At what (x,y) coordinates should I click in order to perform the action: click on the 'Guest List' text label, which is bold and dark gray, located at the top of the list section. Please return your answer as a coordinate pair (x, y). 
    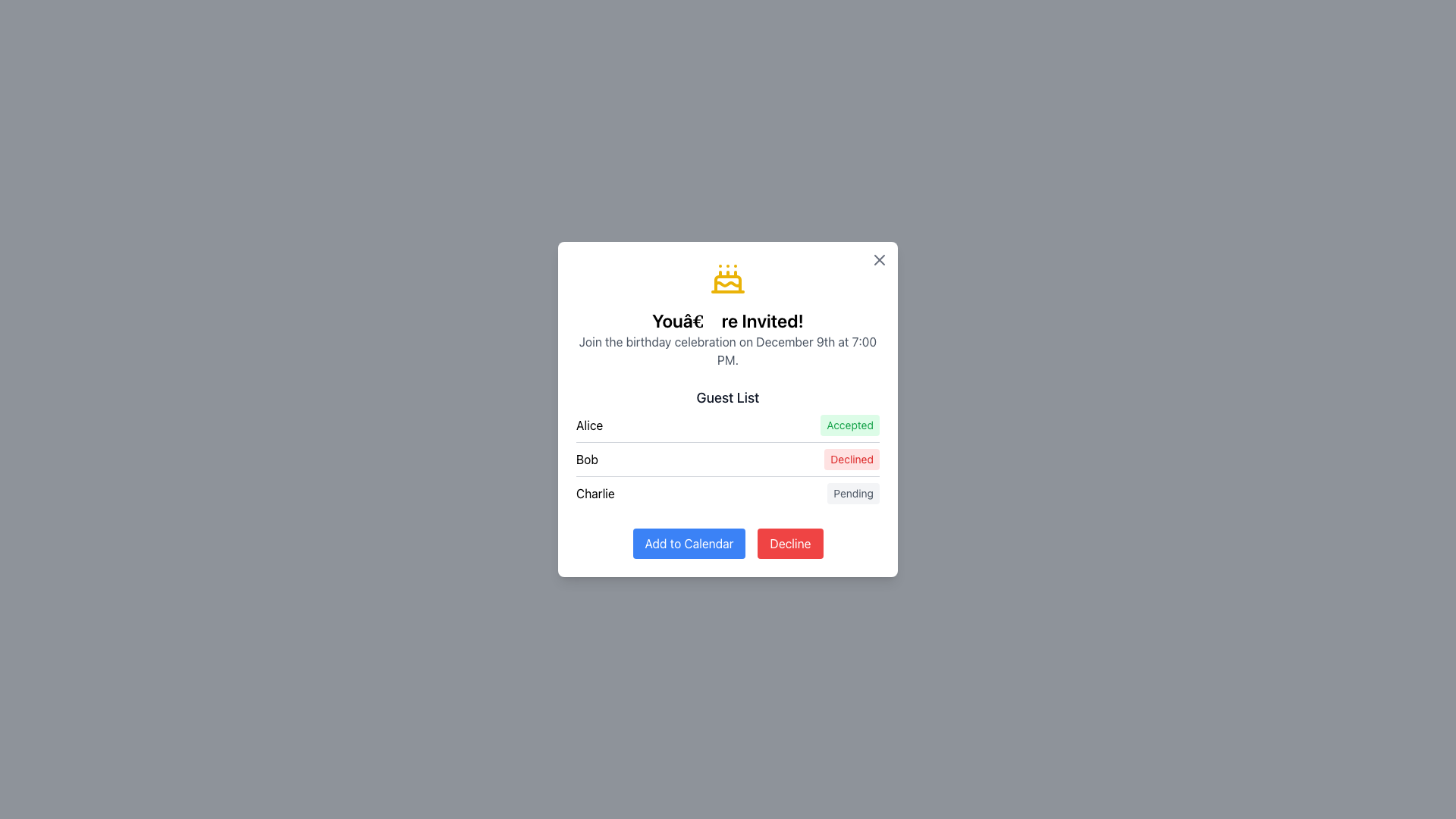
    Looking at the image, I should click on (728, 397).